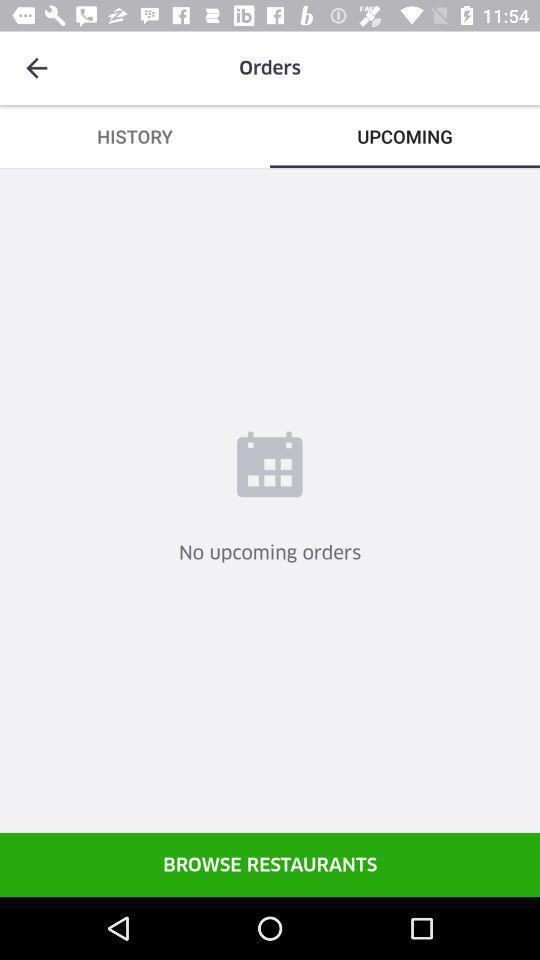  What do you see at coordinates (270, 863) in the screenshot?
I see `the item below no upcoming orders` at bounding box center [270, 863].